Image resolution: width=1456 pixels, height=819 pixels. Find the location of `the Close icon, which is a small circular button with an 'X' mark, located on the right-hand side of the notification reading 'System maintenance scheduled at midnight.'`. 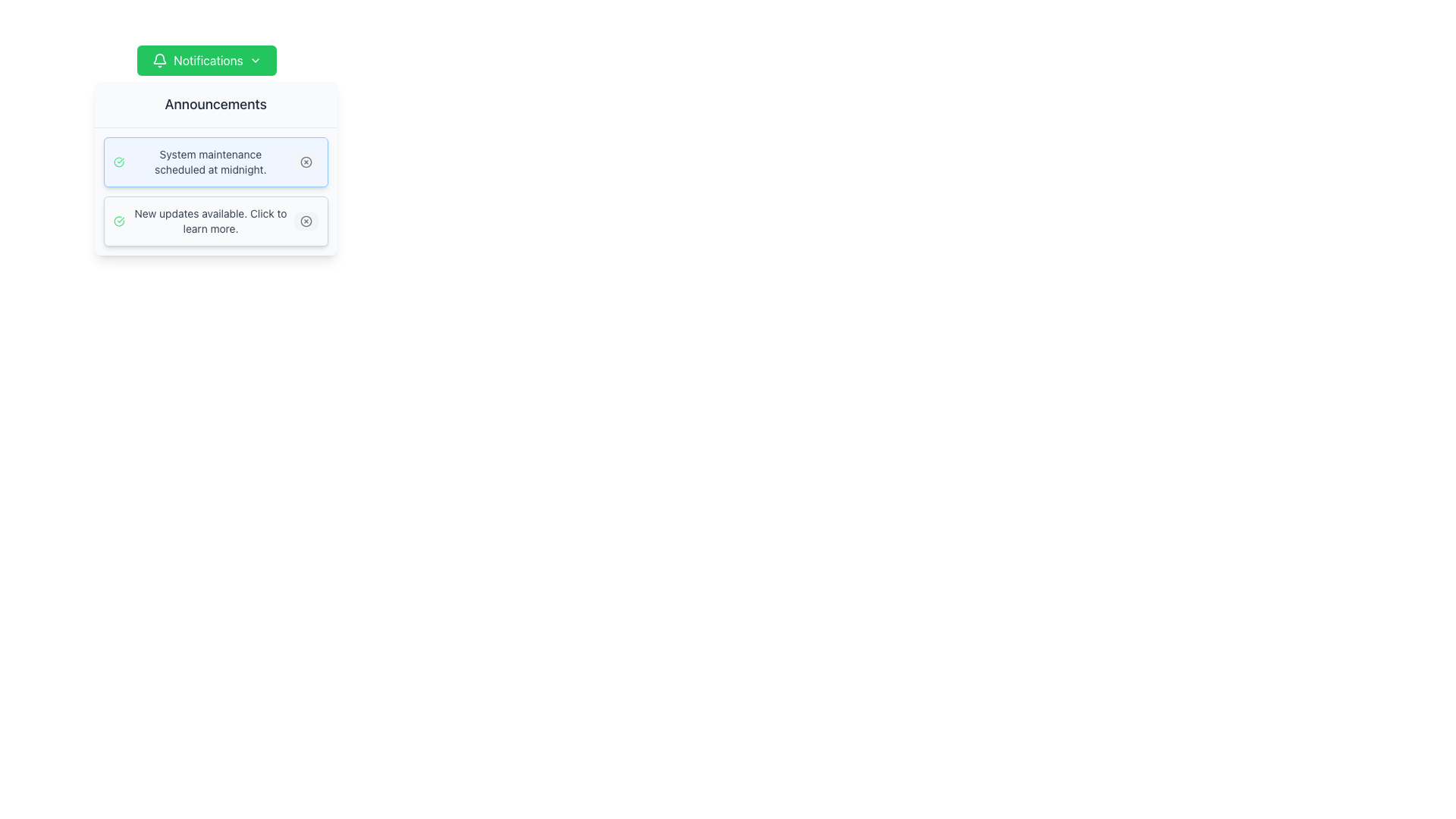

the Close icon, which is a small circular button with an 'X' mark, located on the right-hand side of the notification reading 'System maintenance scheduled at midnight.' is located at coordinates (305, 162).